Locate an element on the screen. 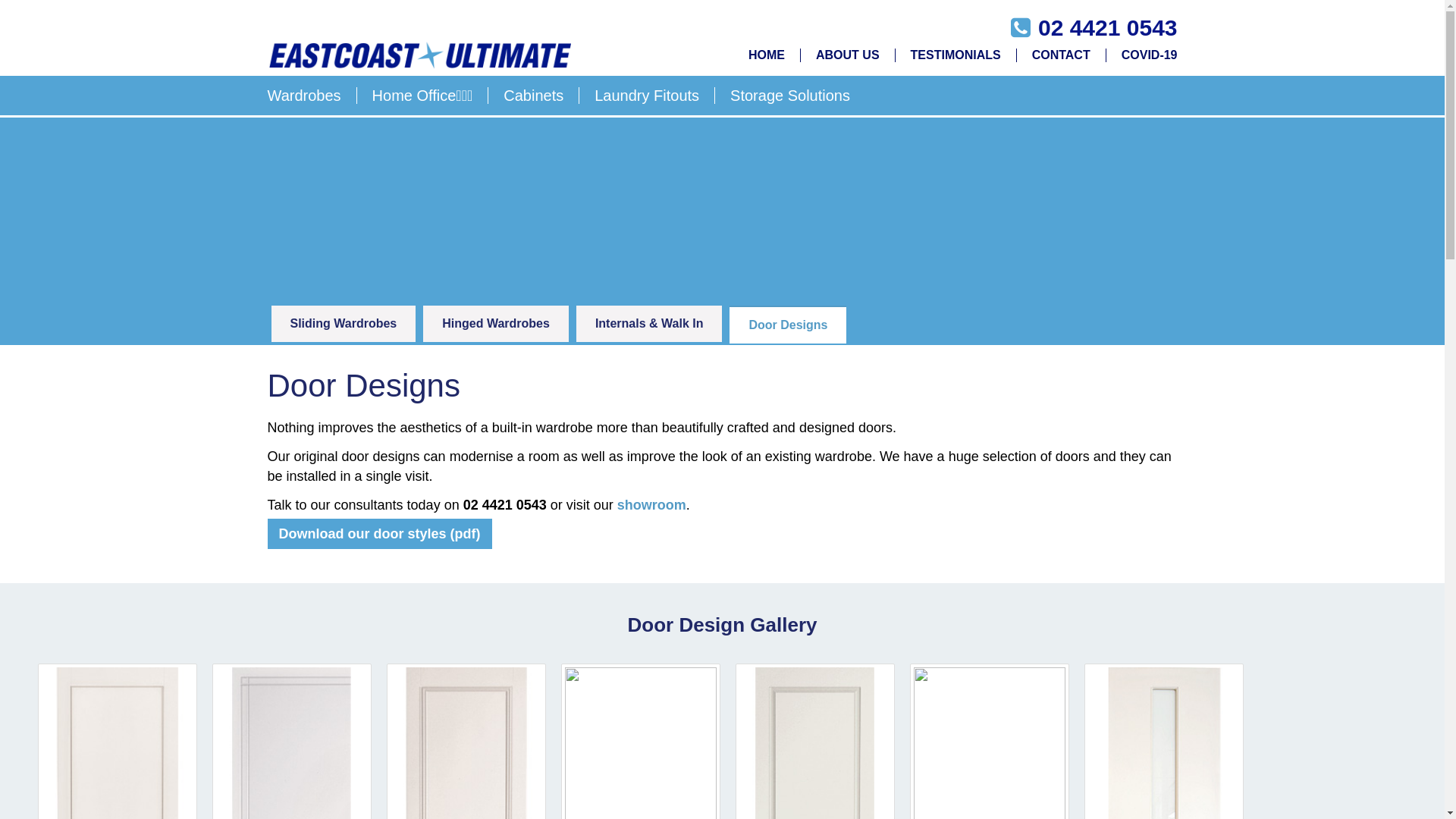 The width and height of the screenshot is (1456, 819). 'Internals & Walk In' is located at coordinates (649, 323).